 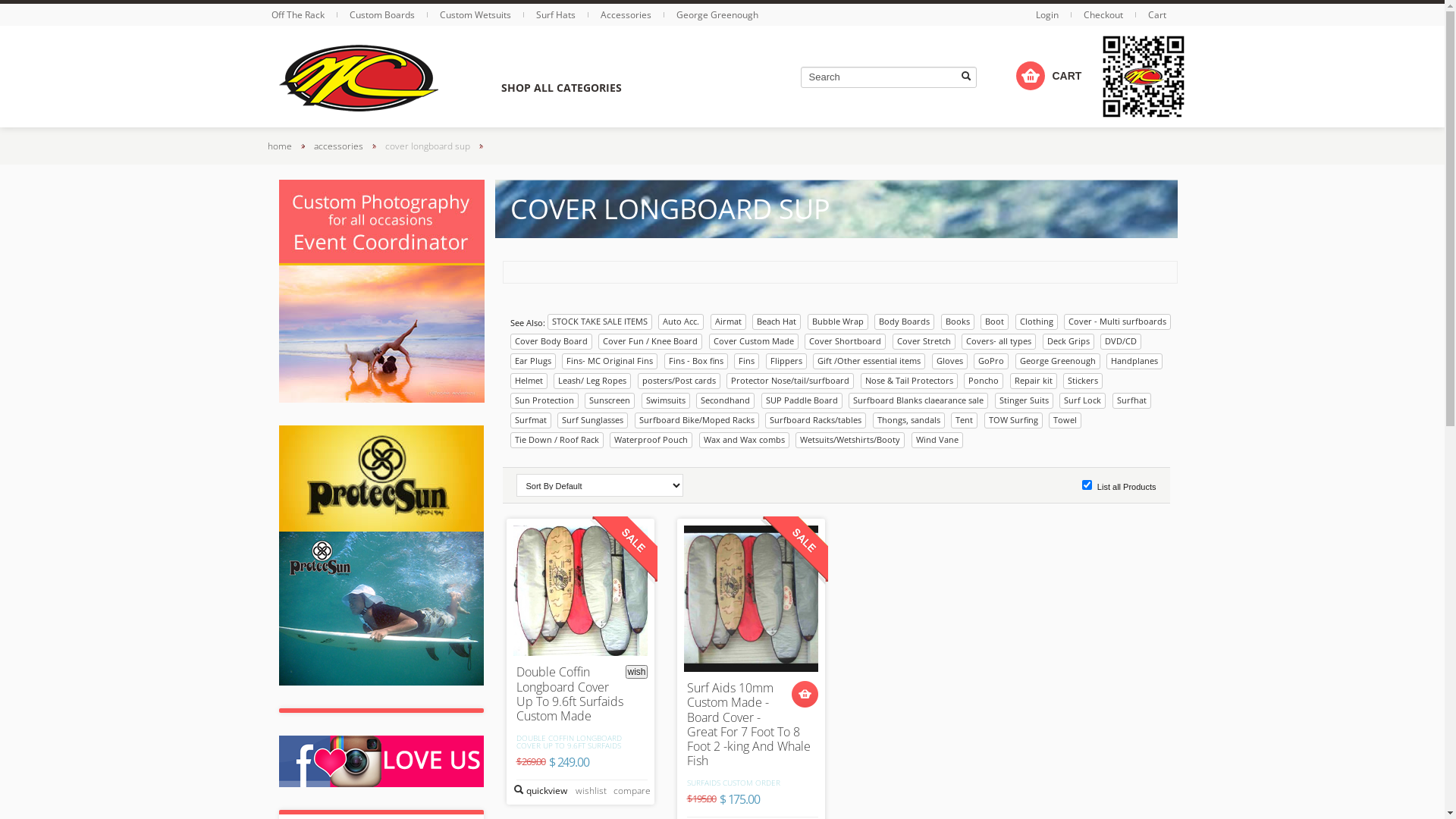 I want to click on 'Accessories', so click(x=626, y=14).